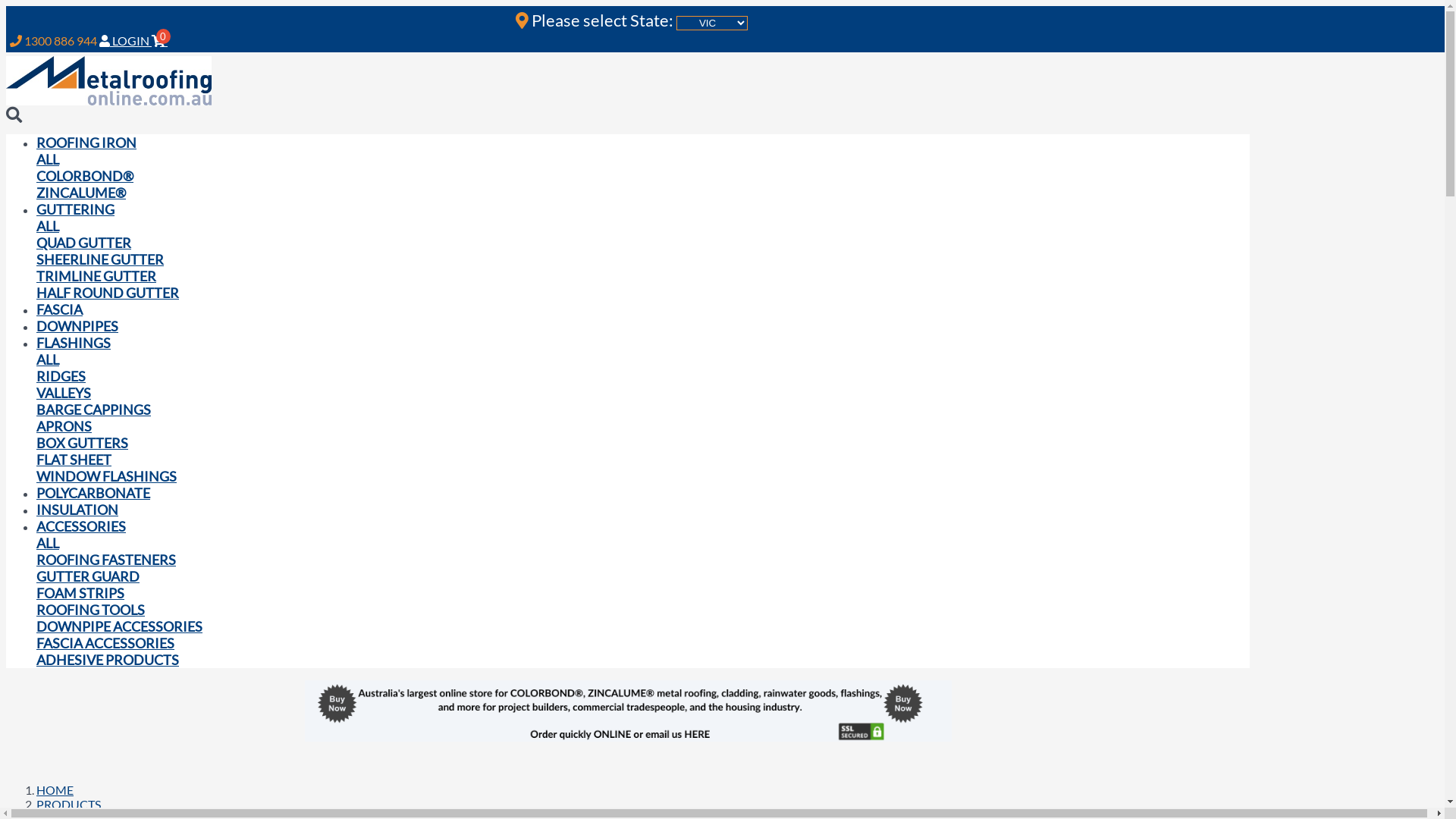 The height and width of the screenshot is (819, 1456). Describe the element at coordinates (72, 342) in the screenshot. I see `'FLASHINGS'` at that location.